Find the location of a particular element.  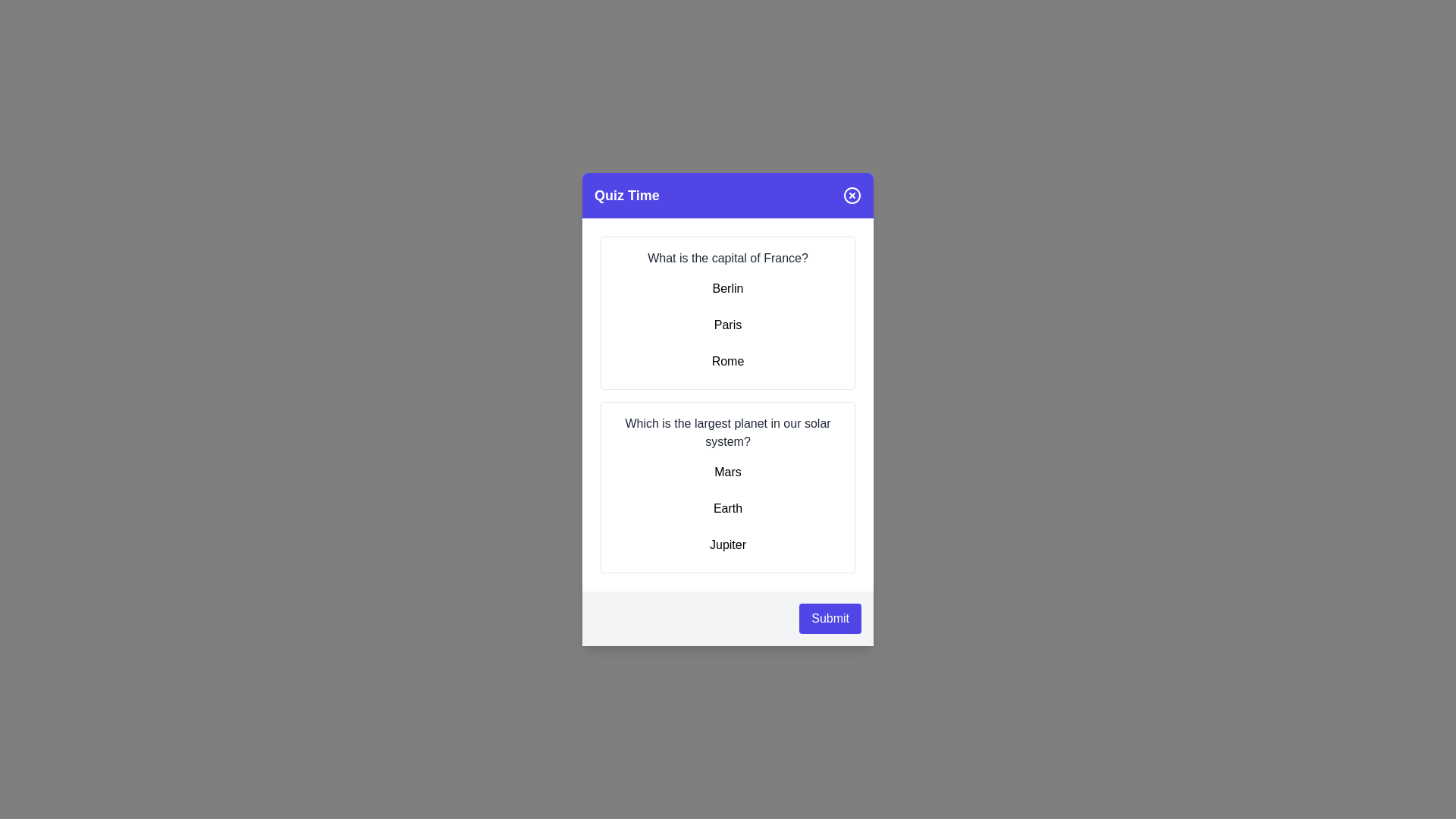

the 'Submit' button to submit the quiz is located at coordinates (829, 619).